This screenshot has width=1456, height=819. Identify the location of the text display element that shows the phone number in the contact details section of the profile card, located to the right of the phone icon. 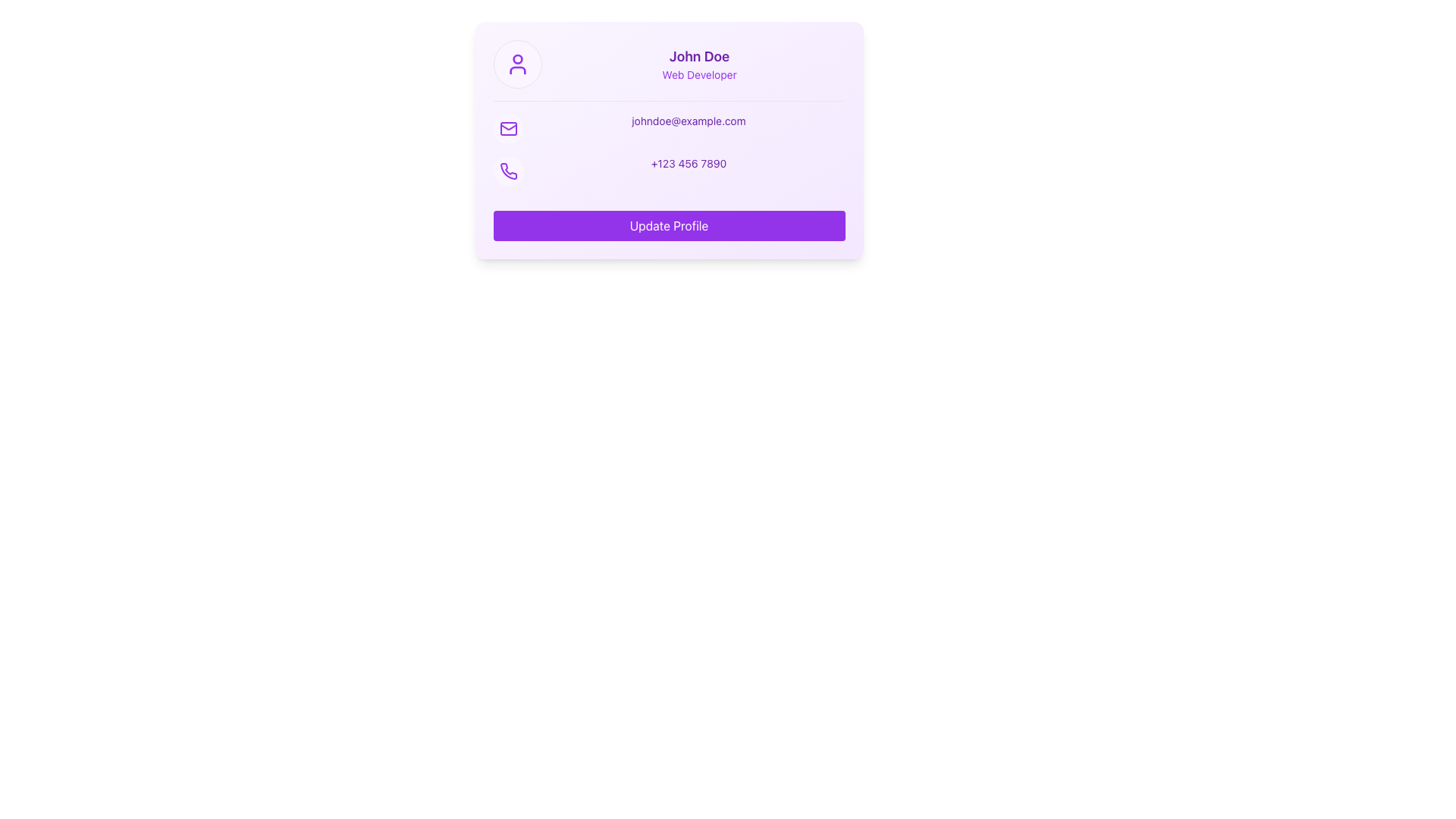
(688, 164).